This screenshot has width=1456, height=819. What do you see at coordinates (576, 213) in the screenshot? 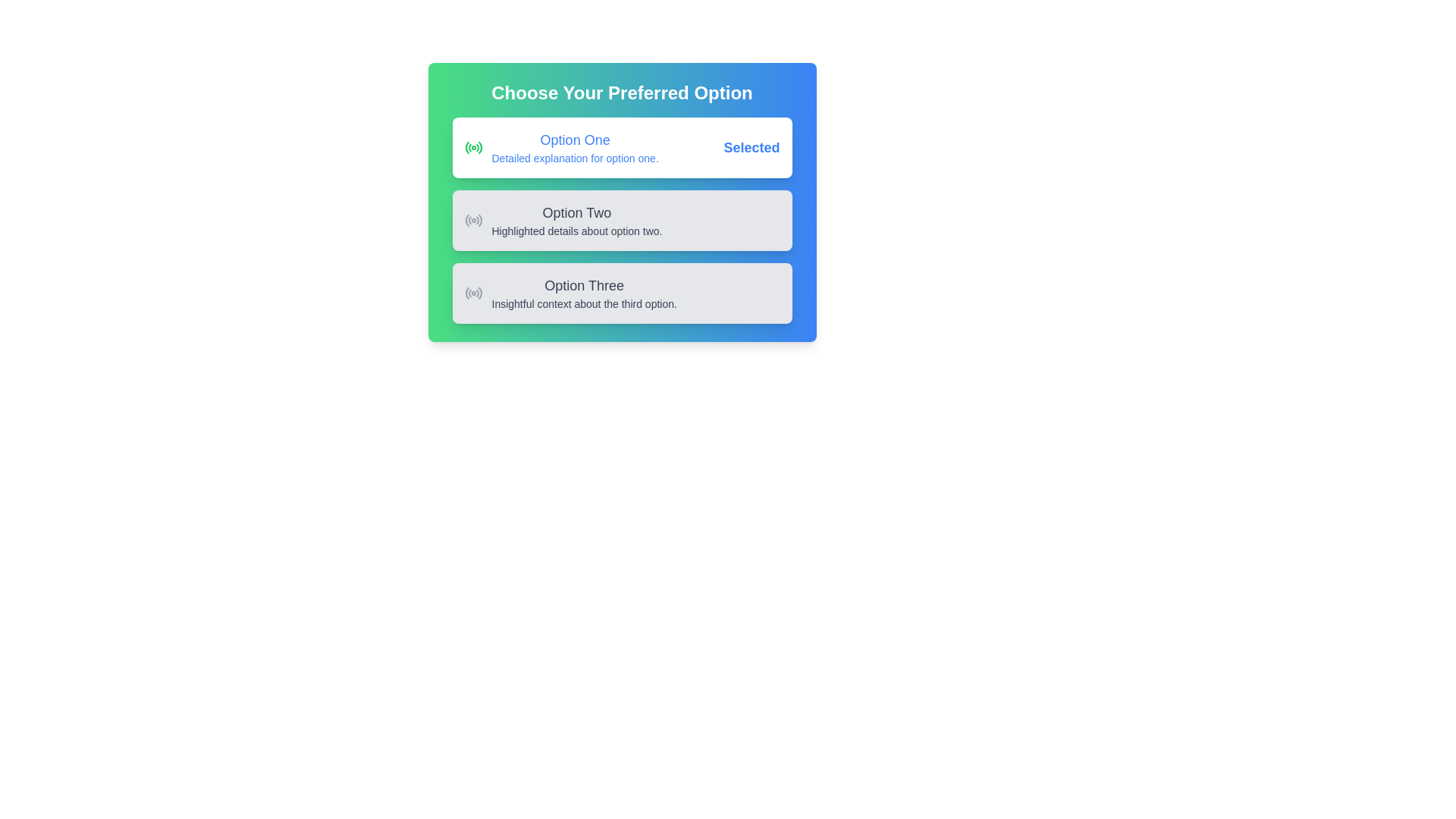
I see `the text label displaying 'Option Two', which is centrally aligned and visually prominent above its description` at bounding box center [576, 213].